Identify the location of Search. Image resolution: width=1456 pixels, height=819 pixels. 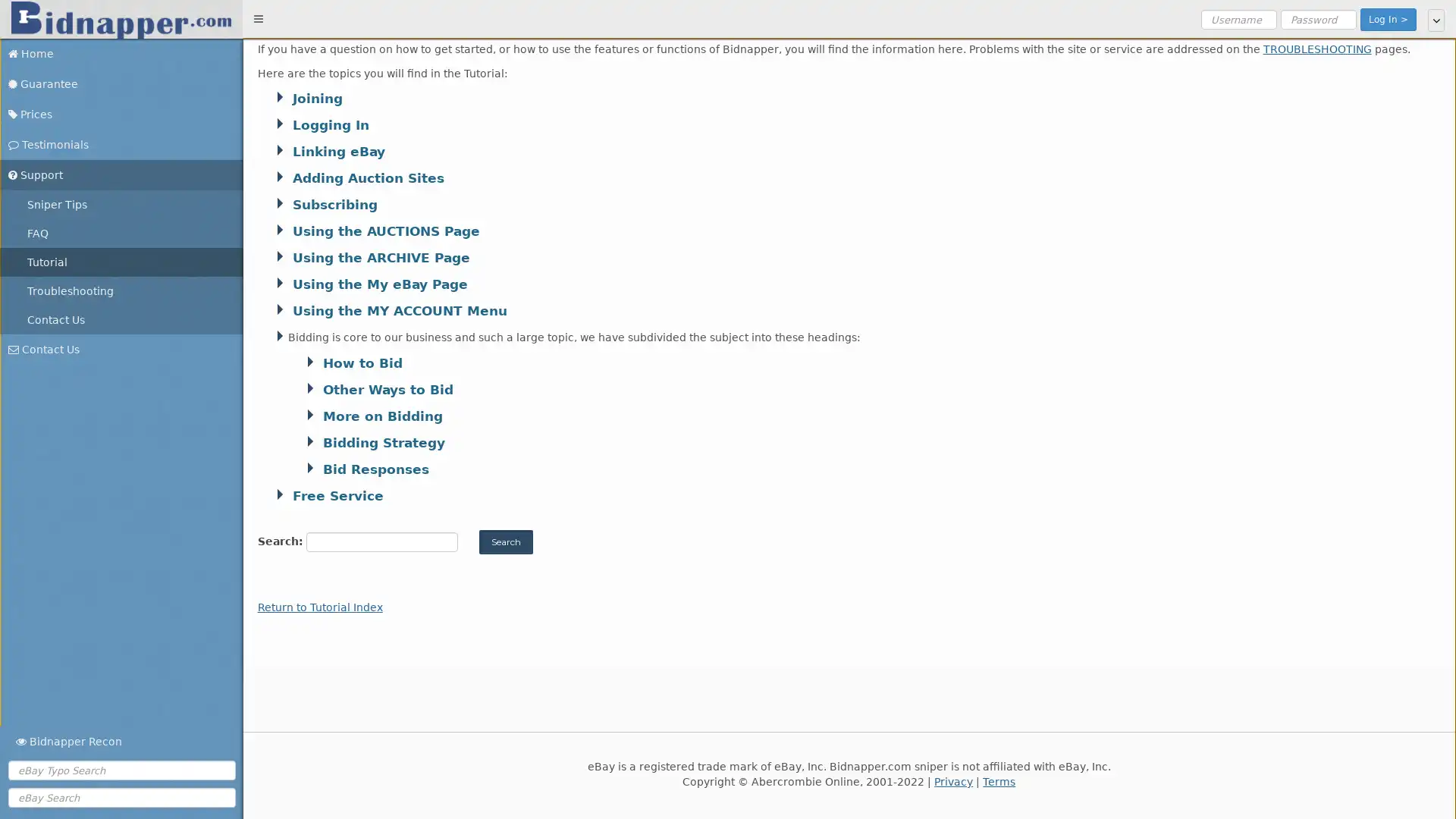
(505, 541).